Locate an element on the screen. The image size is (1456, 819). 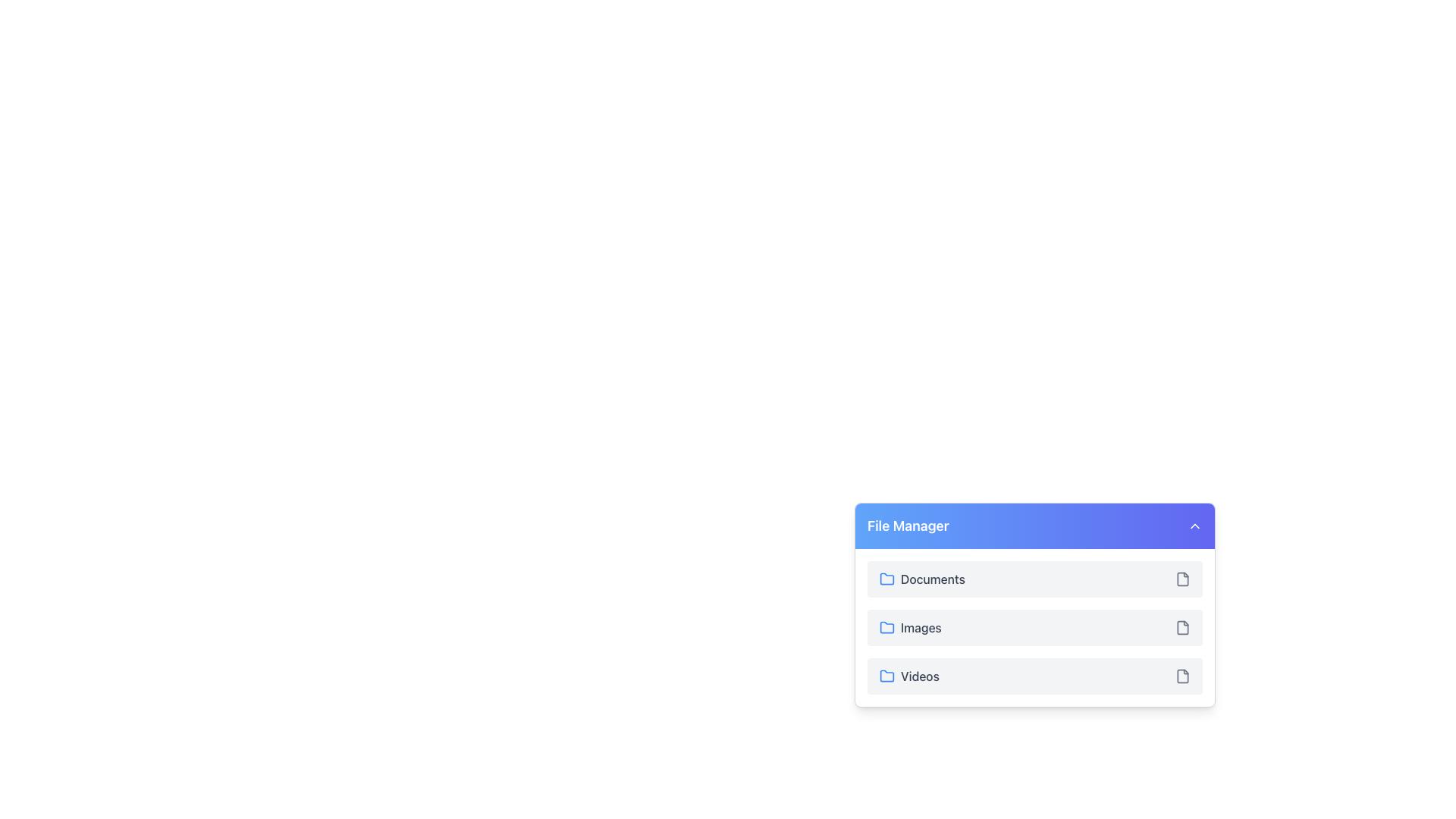
the text label that identifies the folder containing video-related files, located in the 'File Manager' section, last in the list after the blue folder icon is located at coordinates (919, 675).